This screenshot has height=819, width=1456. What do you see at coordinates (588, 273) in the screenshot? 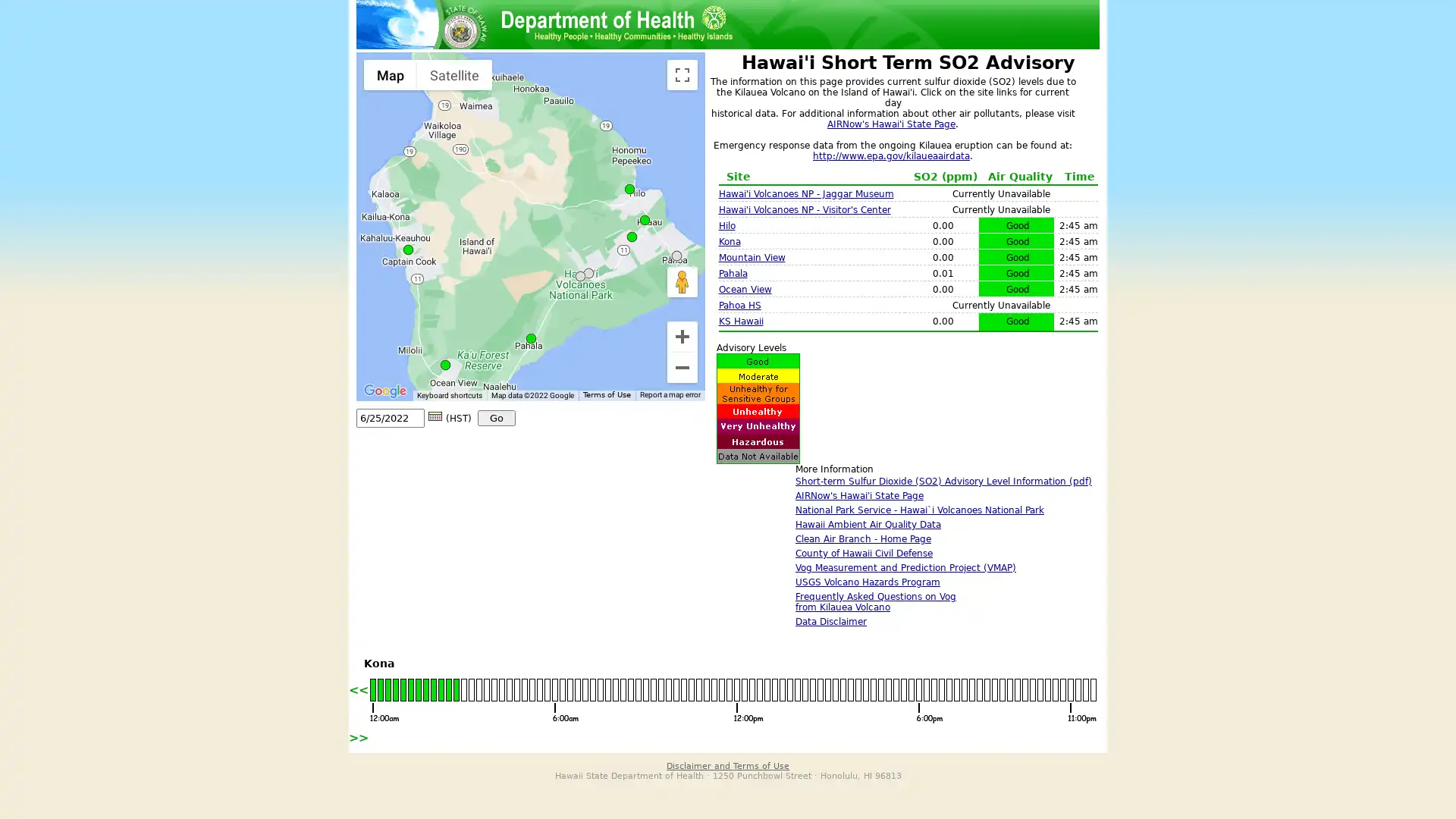
I see `Hawaii Volcanoes NP - Visitor's Center: No Data` at bounding box center [588, 273].